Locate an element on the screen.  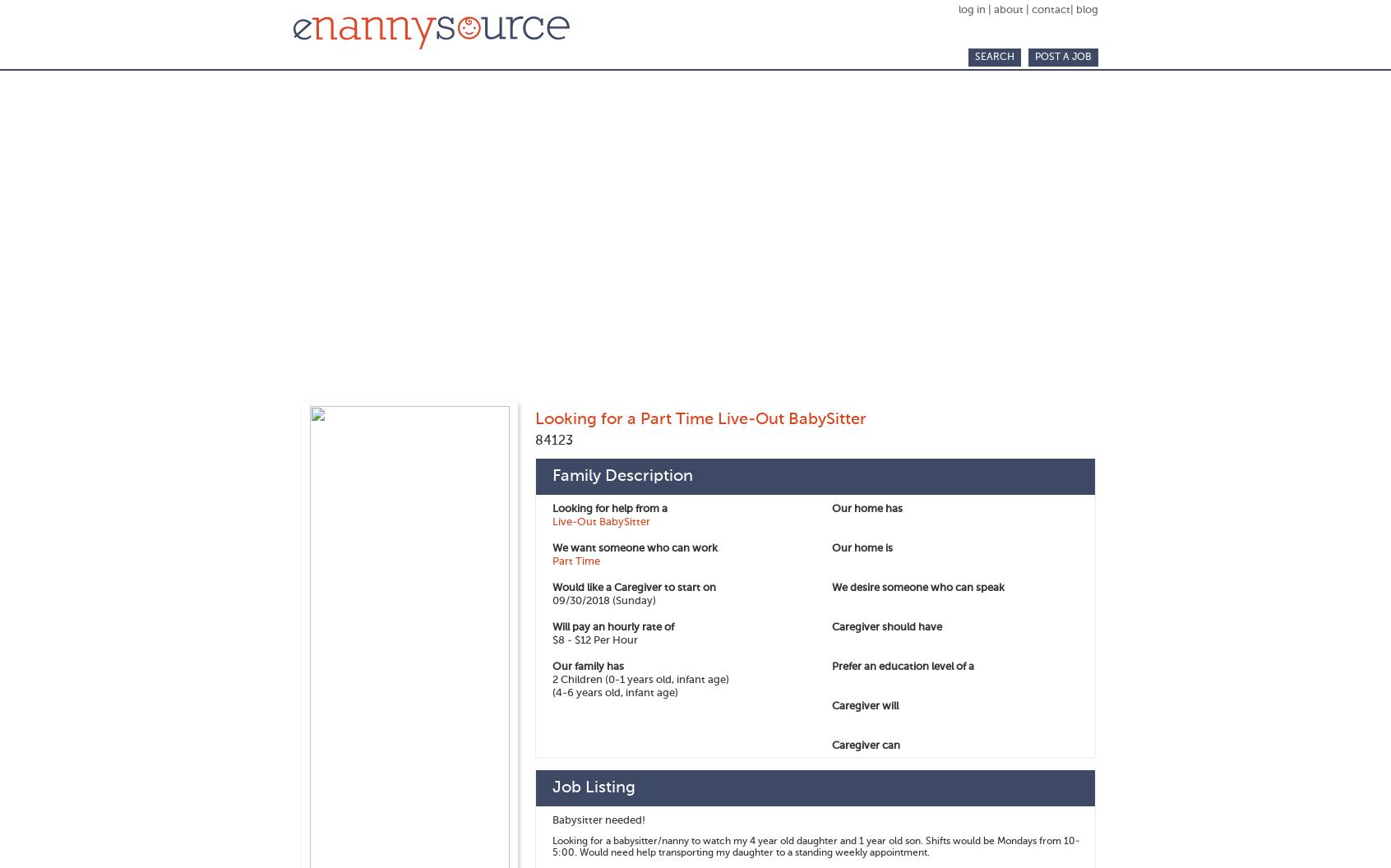
'Caregiver will' is located at coordinates (864, 705).